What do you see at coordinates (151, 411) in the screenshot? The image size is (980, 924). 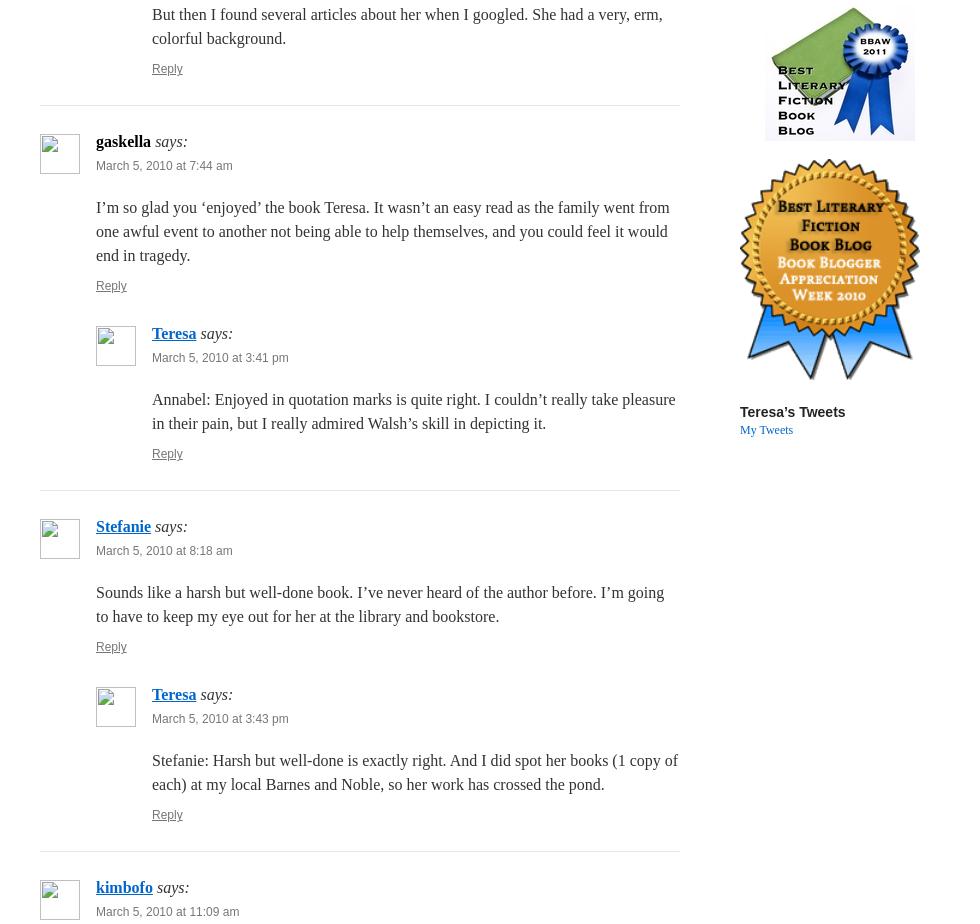 I see `'Annabel: Enjoyed in quotation marks is quite right. I couldn’t really take pleasure in their pain, but I really admired Walsh’s skill in depicting it.'` at bounding box center [151, 411].